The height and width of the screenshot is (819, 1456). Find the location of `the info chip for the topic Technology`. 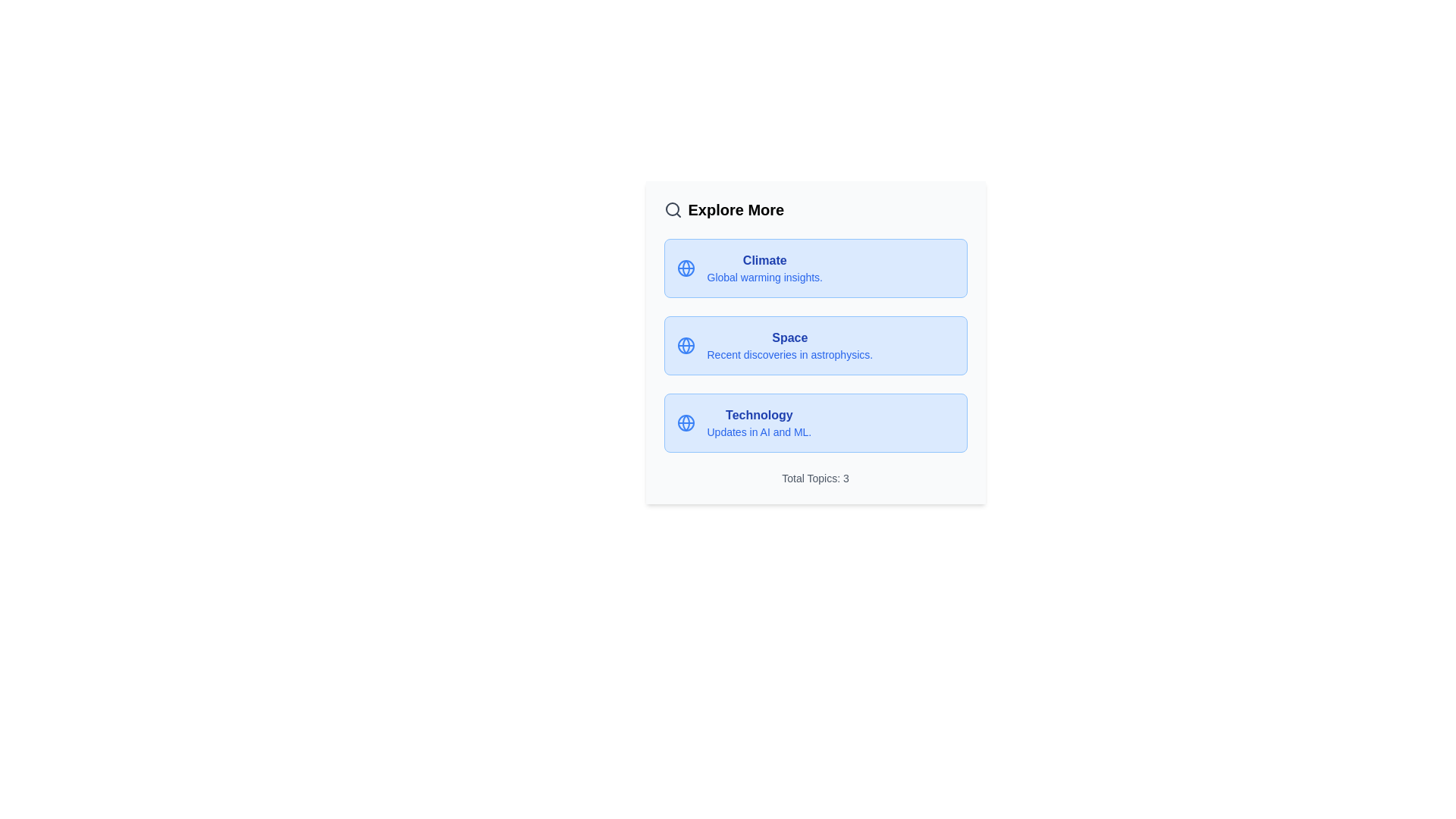

the info chip for the topic Technology is located at coordinates (814, 423).